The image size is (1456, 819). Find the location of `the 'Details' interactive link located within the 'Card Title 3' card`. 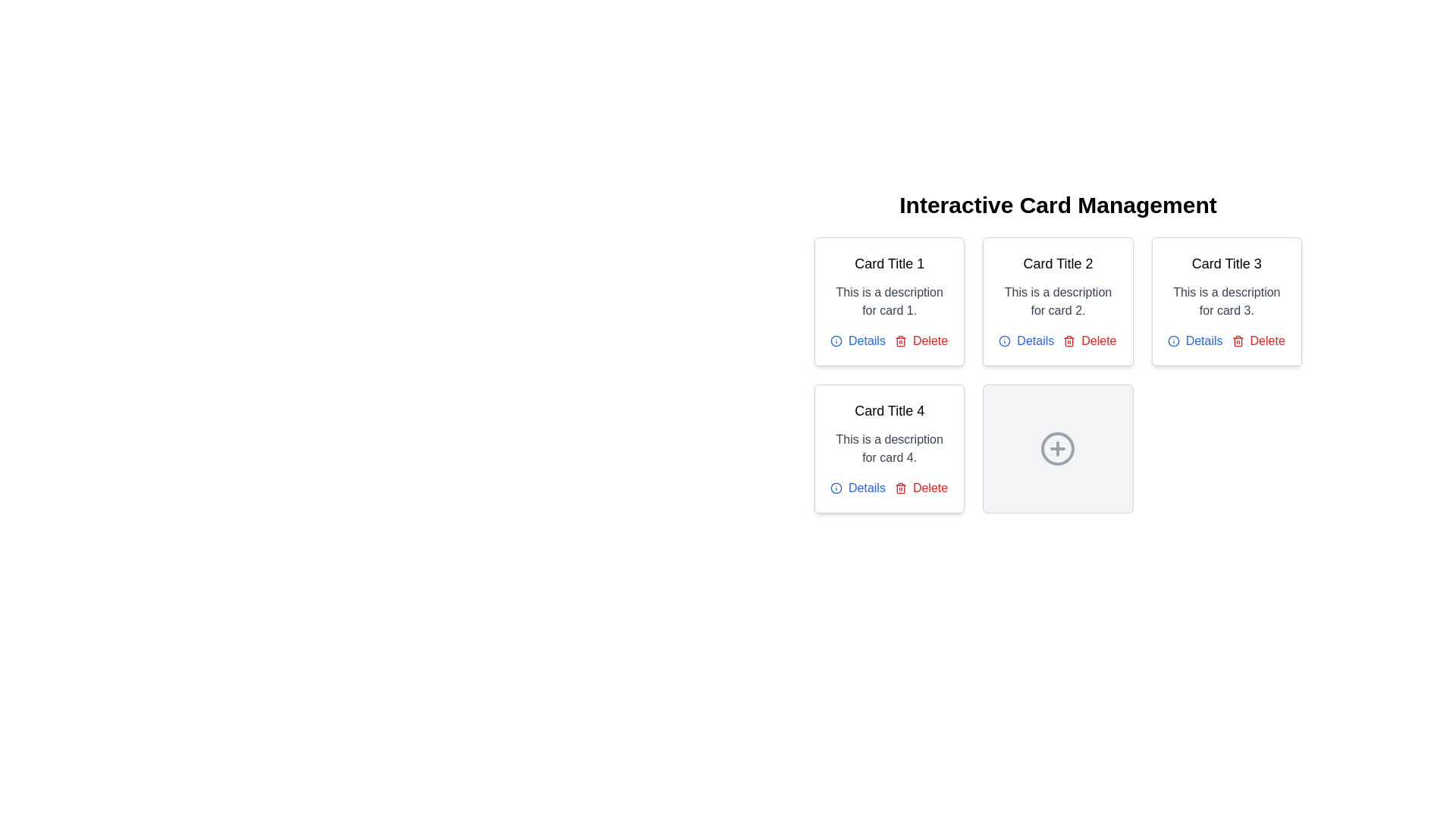

the 'Details' interactive link located within the 'Card Title 3' card is located at coordinates (1194, 341).